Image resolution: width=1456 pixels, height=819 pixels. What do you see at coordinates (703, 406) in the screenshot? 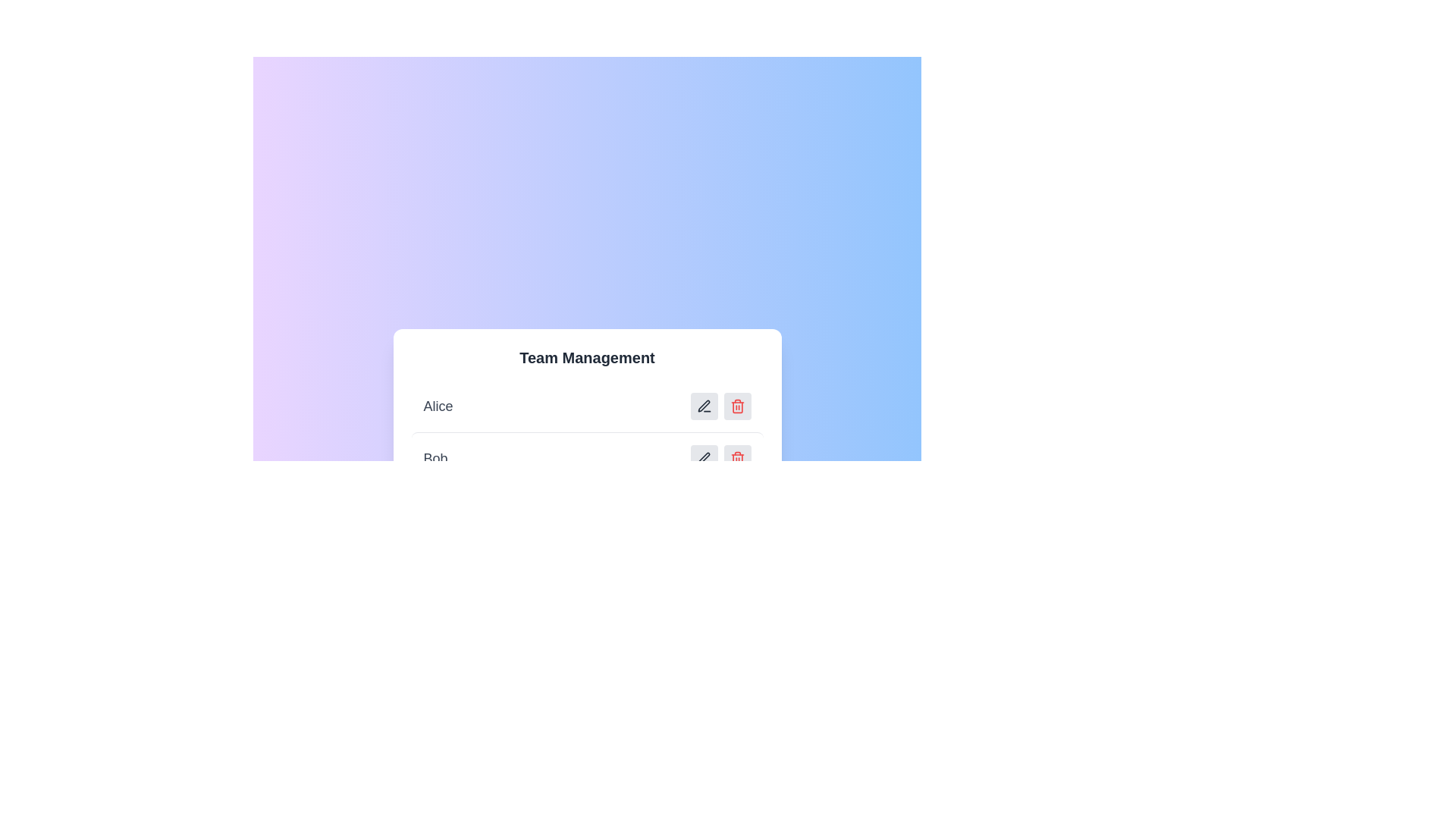
I see `edit button for the team member Alice` at bounding box center [703, 406].